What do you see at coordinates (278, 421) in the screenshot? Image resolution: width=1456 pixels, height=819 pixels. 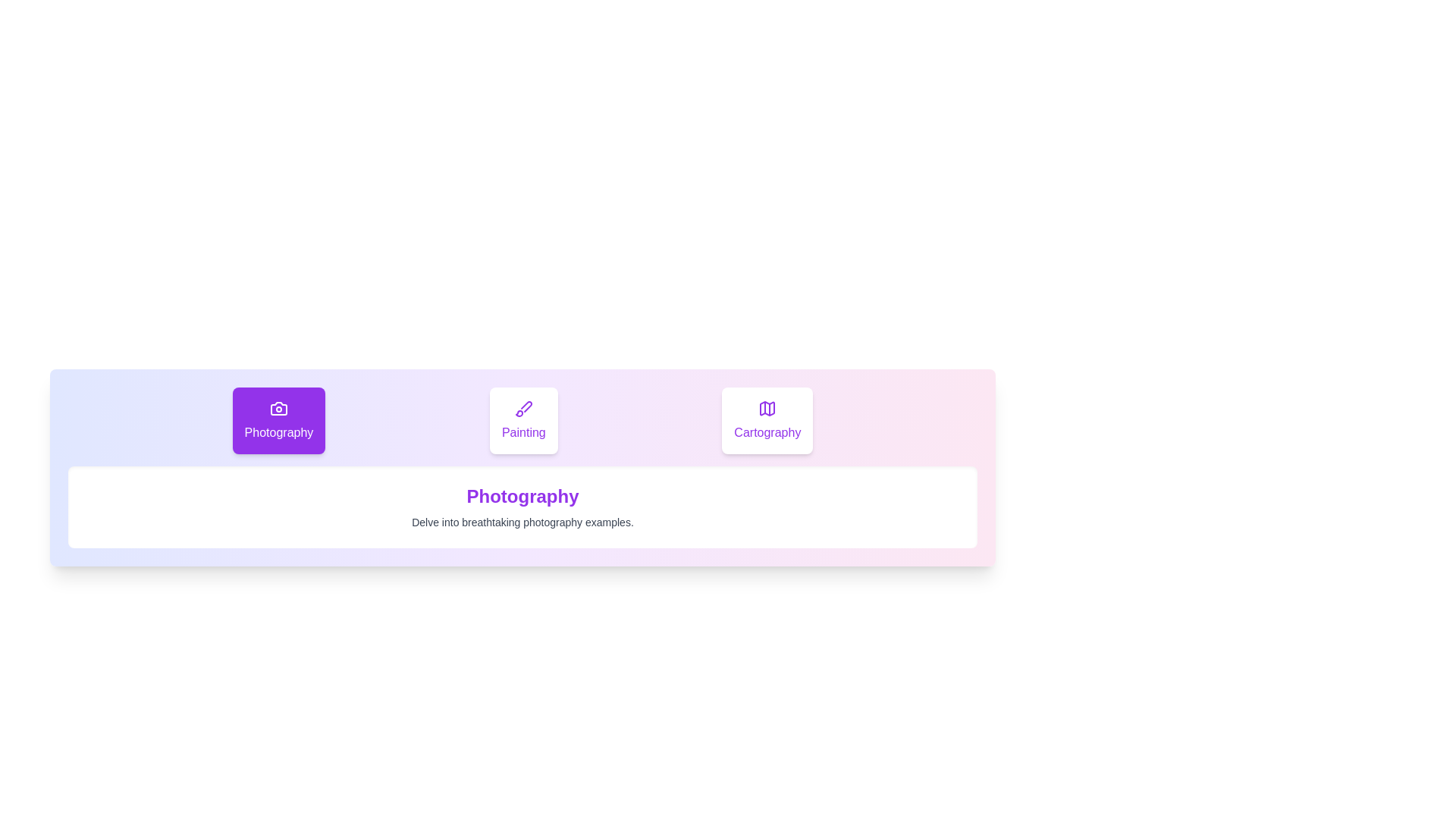 I see `the tab labeled Photography to switch to its content` at bounding box center [278, 421].